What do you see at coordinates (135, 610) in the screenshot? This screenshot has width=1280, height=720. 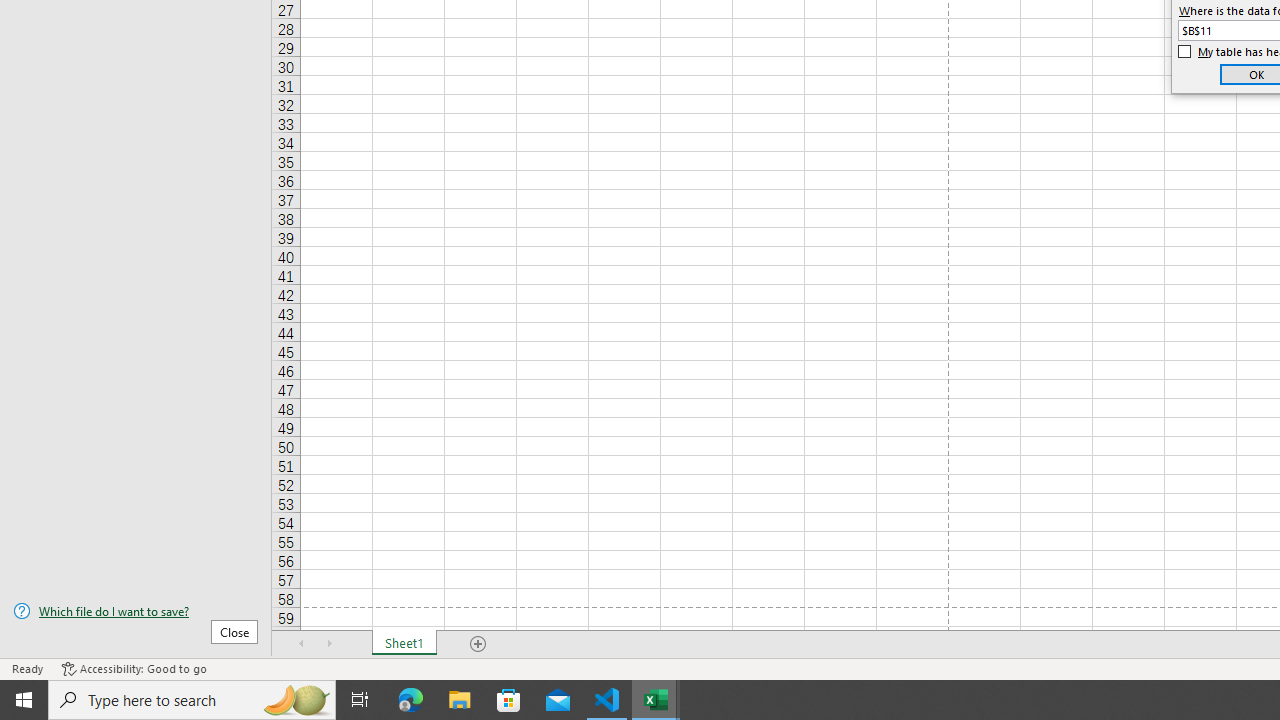 I see `'Which file do I want to save?'` at bounding box center [135, 610].